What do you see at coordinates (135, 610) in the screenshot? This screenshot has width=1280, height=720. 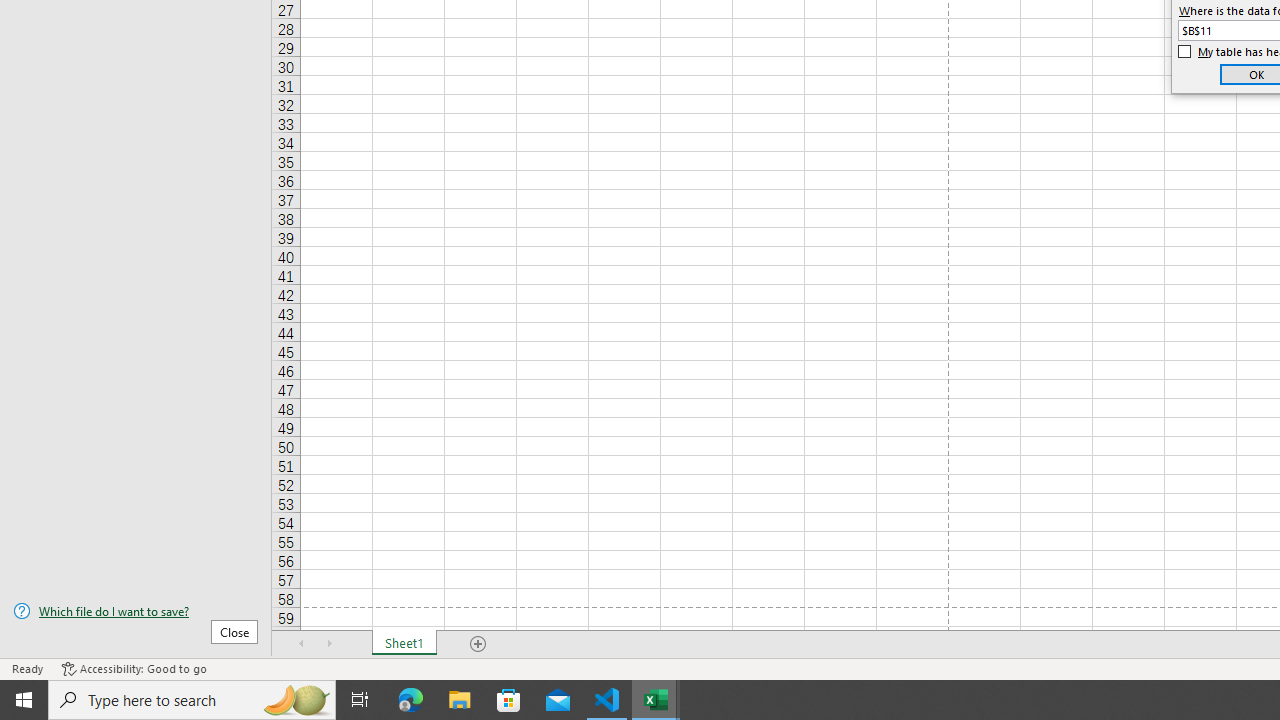 I see `'Which file do I want to save?'` at bounding box center [135, 610].